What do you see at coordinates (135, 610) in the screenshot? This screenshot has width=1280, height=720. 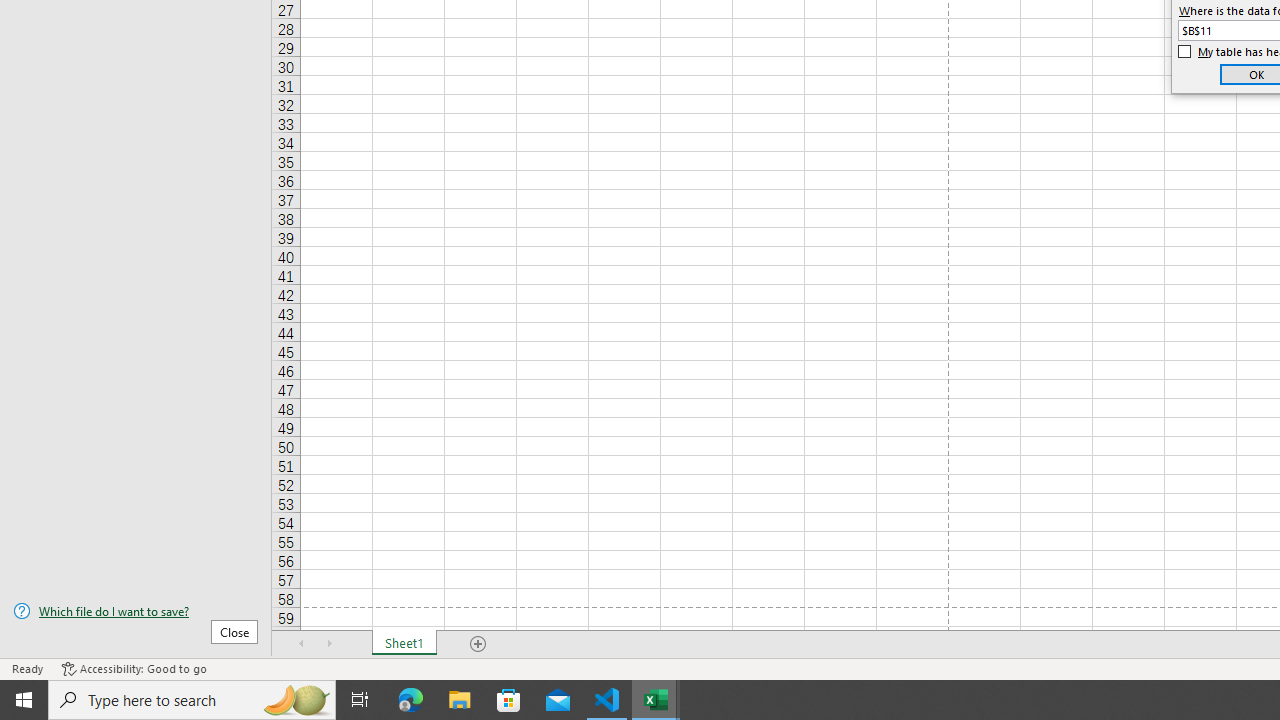 I see `'Which file do I want to save?'` at bounding box center [135, 610].